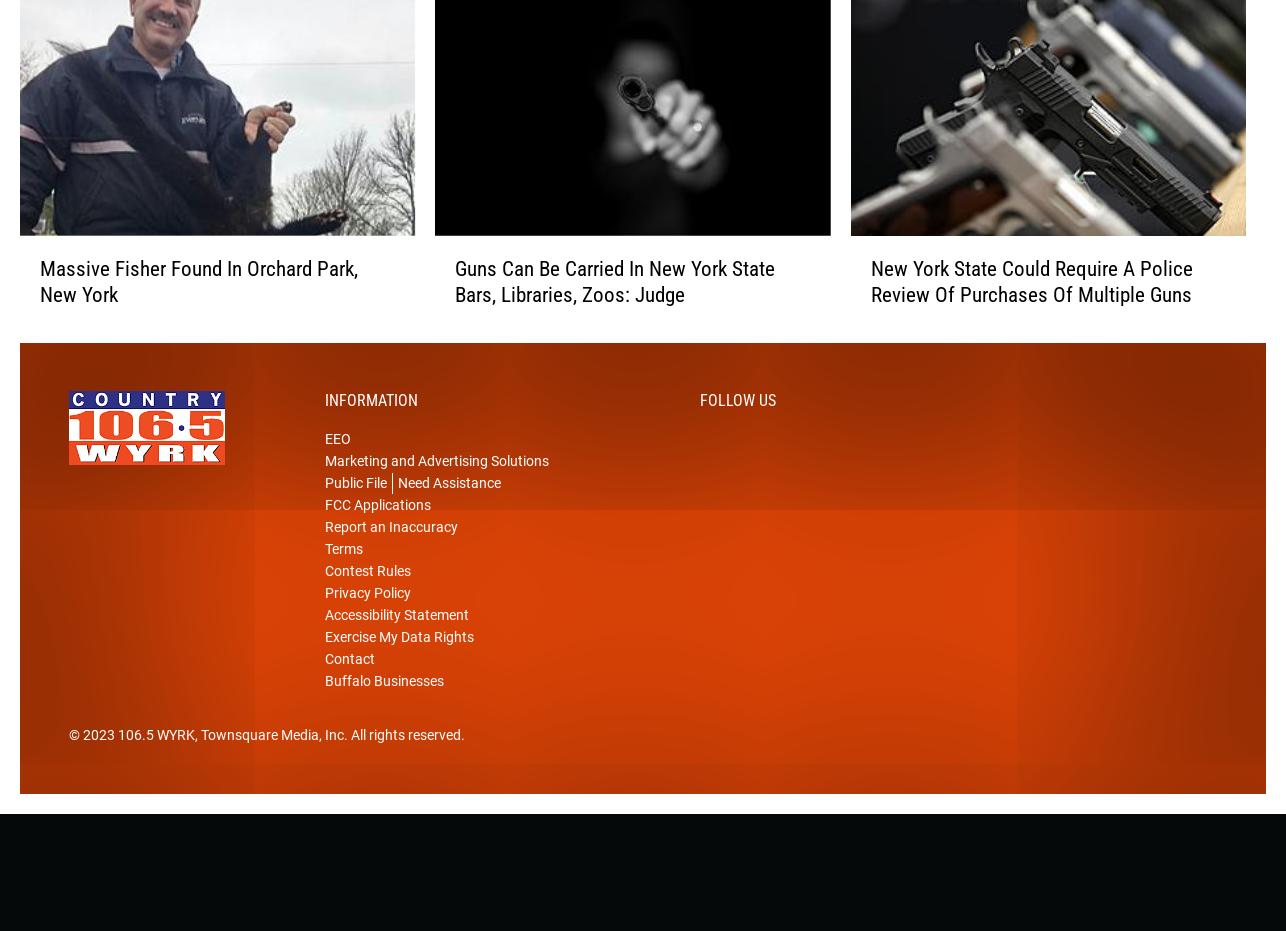 The height and width of the screenshot is (931, 1286). I want to click on 'EEO', so click(323, 470).